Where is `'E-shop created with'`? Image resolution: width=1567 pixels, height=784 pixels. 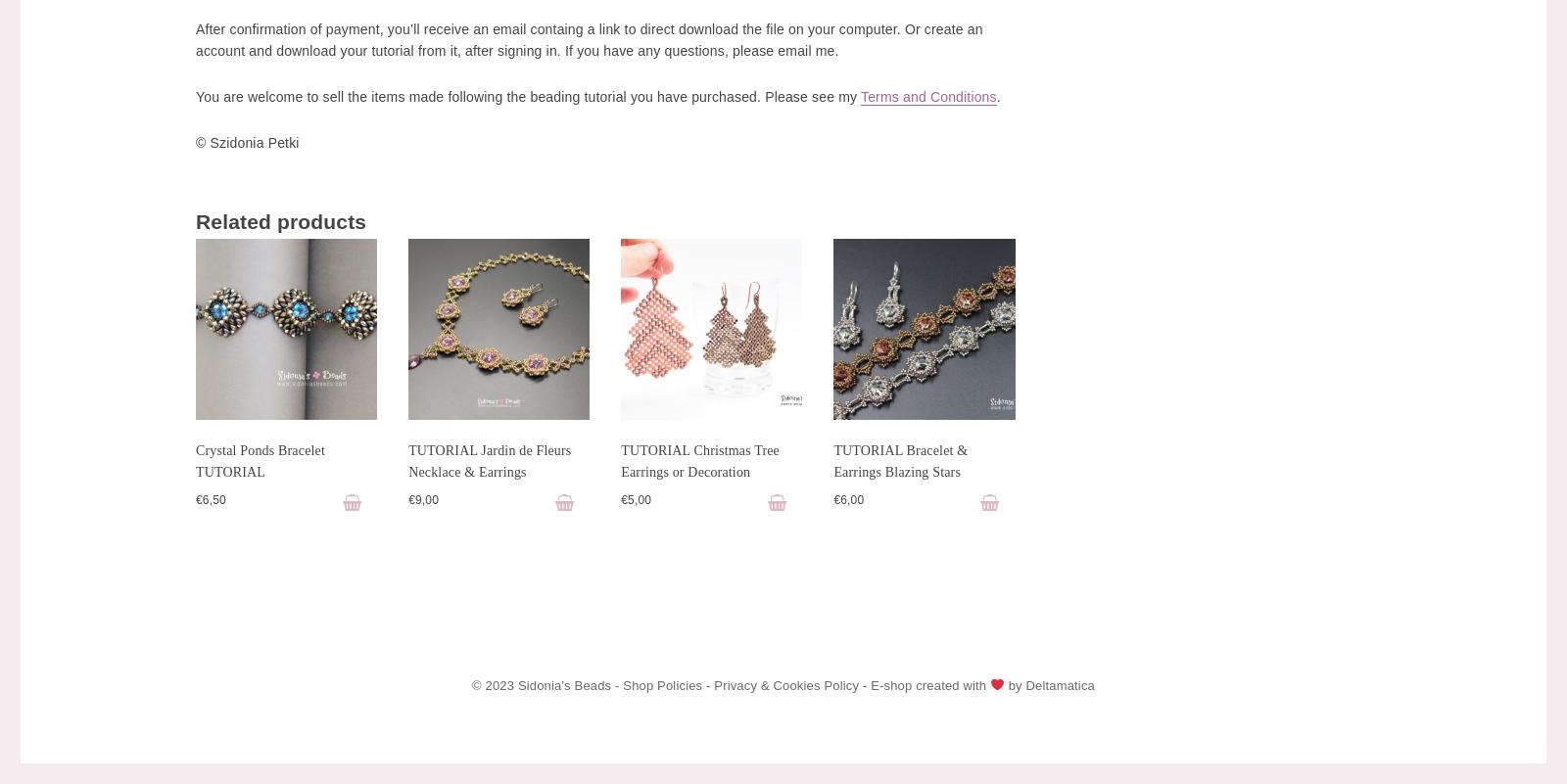 'E-shop created with' is located at coordinates (929, 683).